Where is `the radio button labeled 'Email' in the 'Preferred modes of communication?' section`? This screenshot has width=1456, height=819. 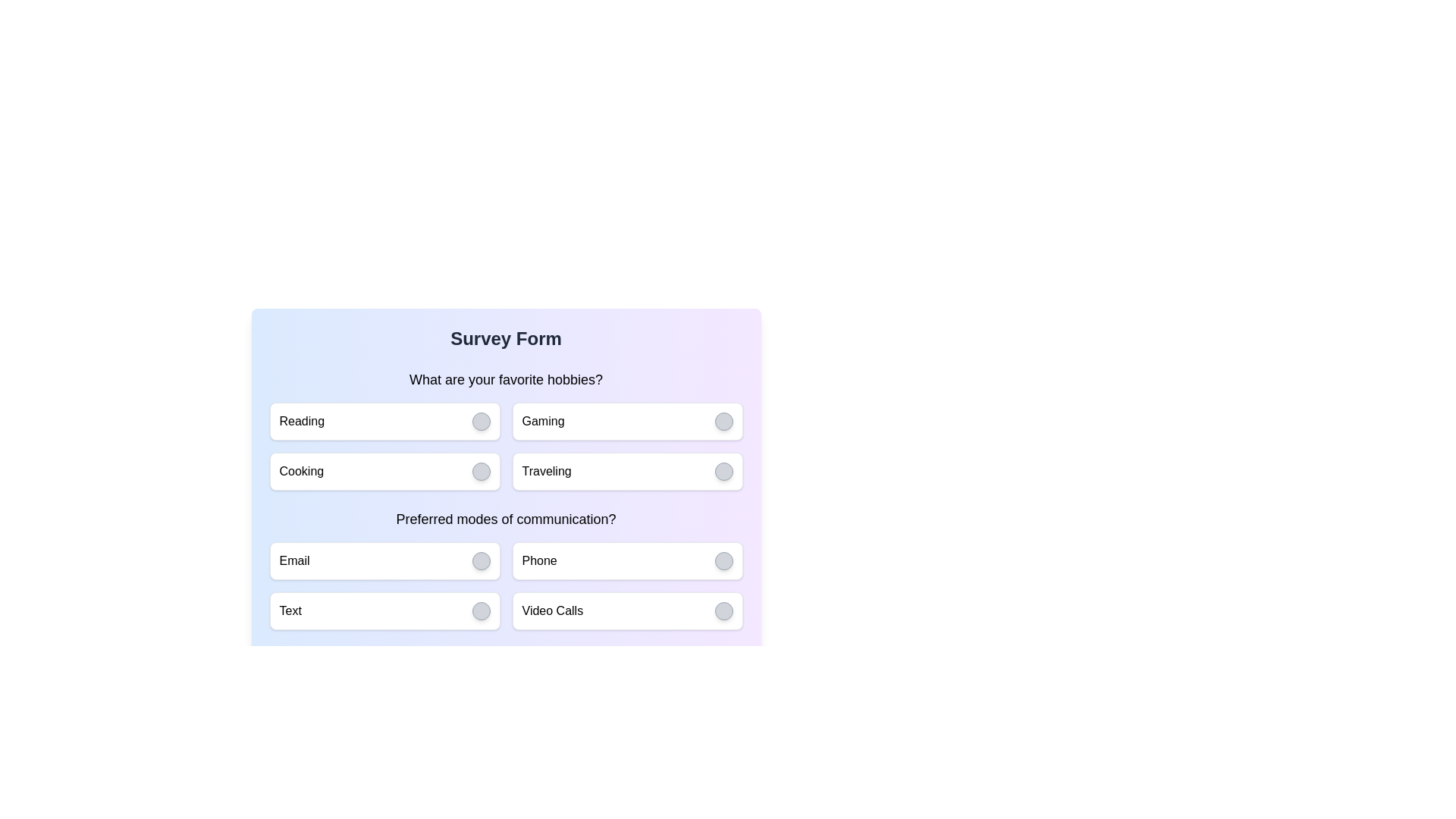
the radio button labeled 'Email' in the 'Preferred modes of communication?' section is located at coordinates (384, 561).